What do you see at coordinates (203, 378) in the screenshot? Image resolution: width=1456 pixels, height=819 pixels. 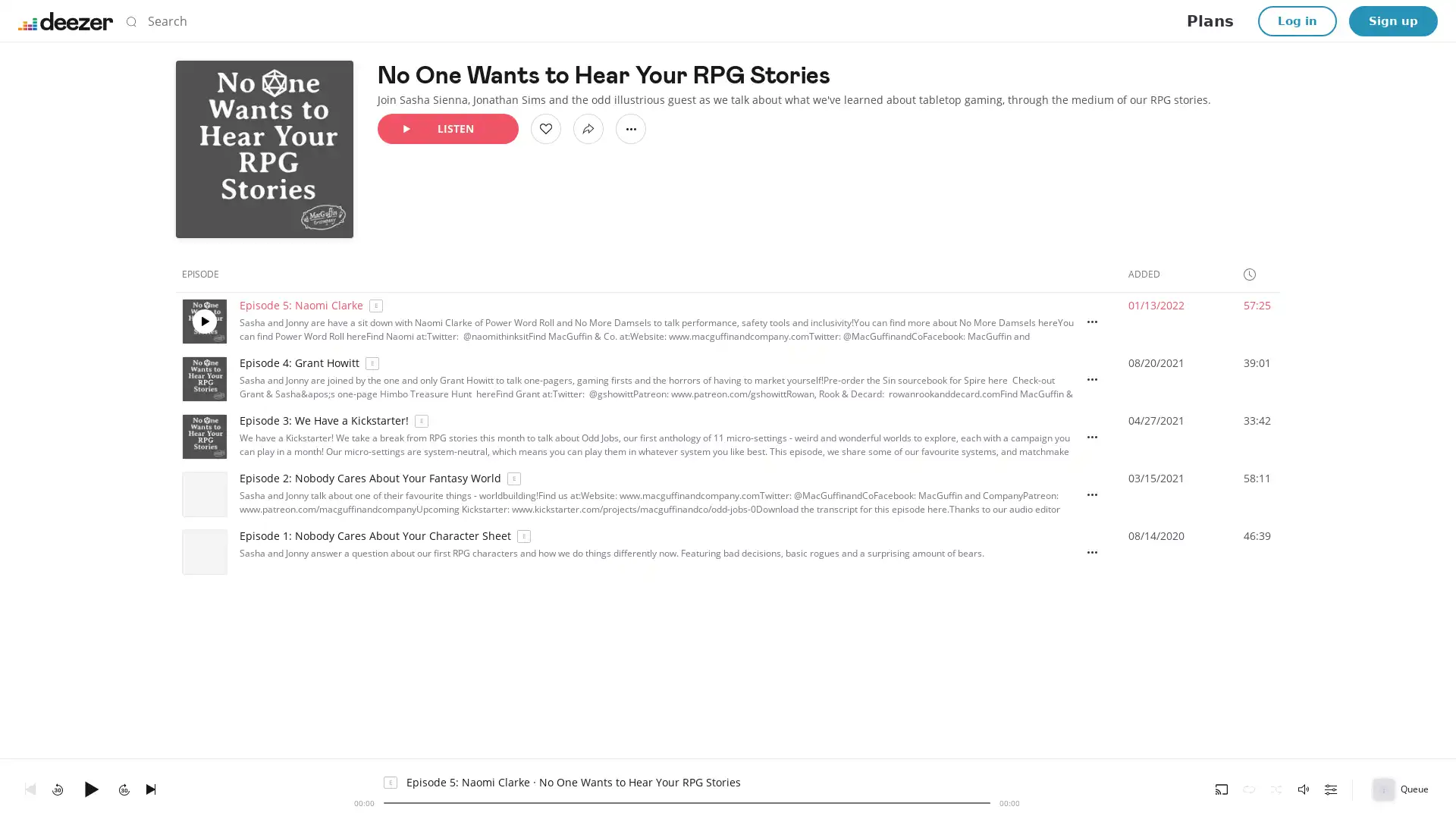 I see `Play Episode 4: Grant Howitt by No One Wants to Hear Your RPG Stories` at bounding box center [203, 378].